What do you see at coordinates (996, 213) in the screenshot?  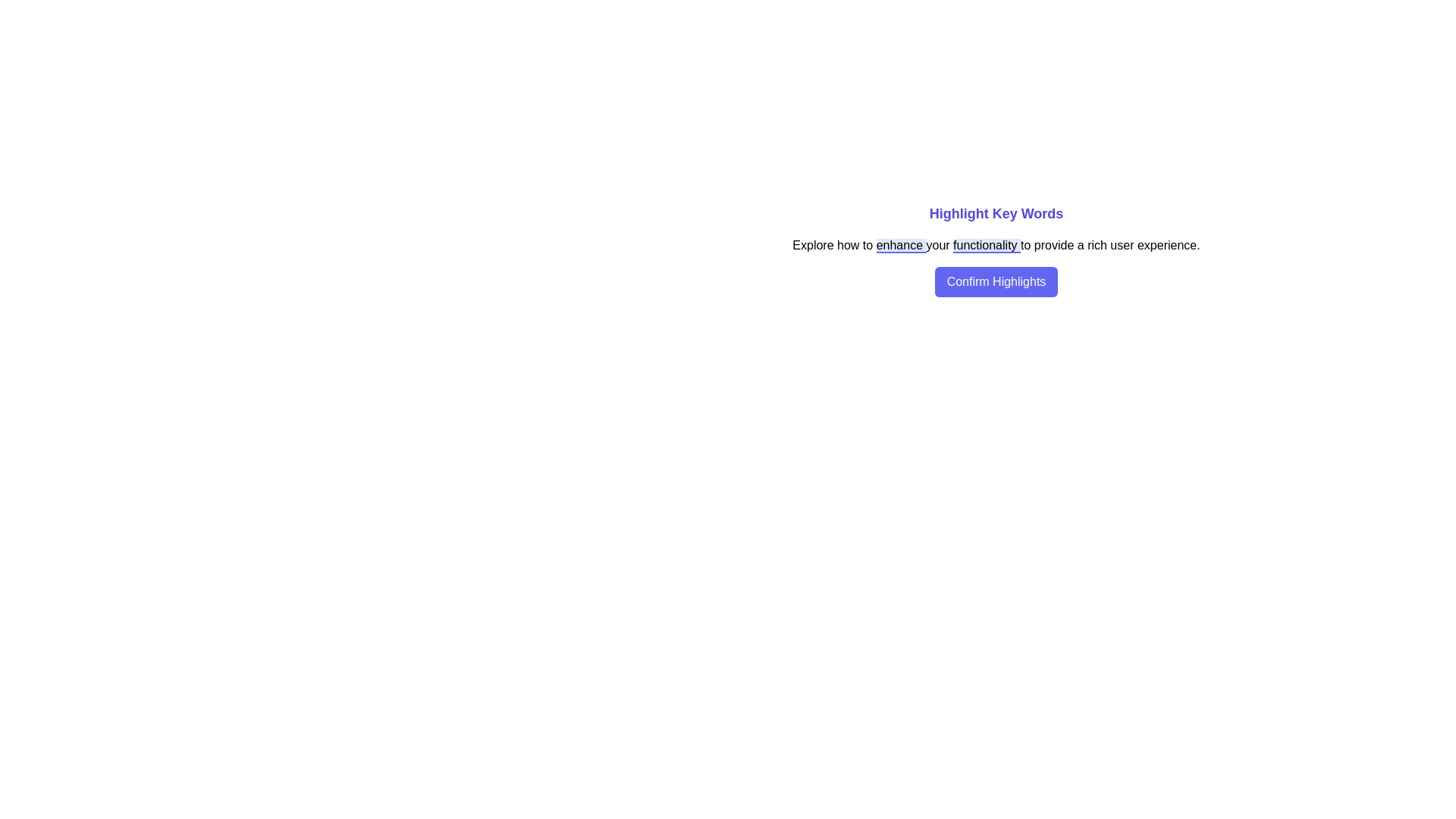 I see `the text label displaying 'Highlight Key Words' in bold indigo color, which is positioned above the descriptive text and the 'Confirm Highlights' button` at bounding box center [996, 213].